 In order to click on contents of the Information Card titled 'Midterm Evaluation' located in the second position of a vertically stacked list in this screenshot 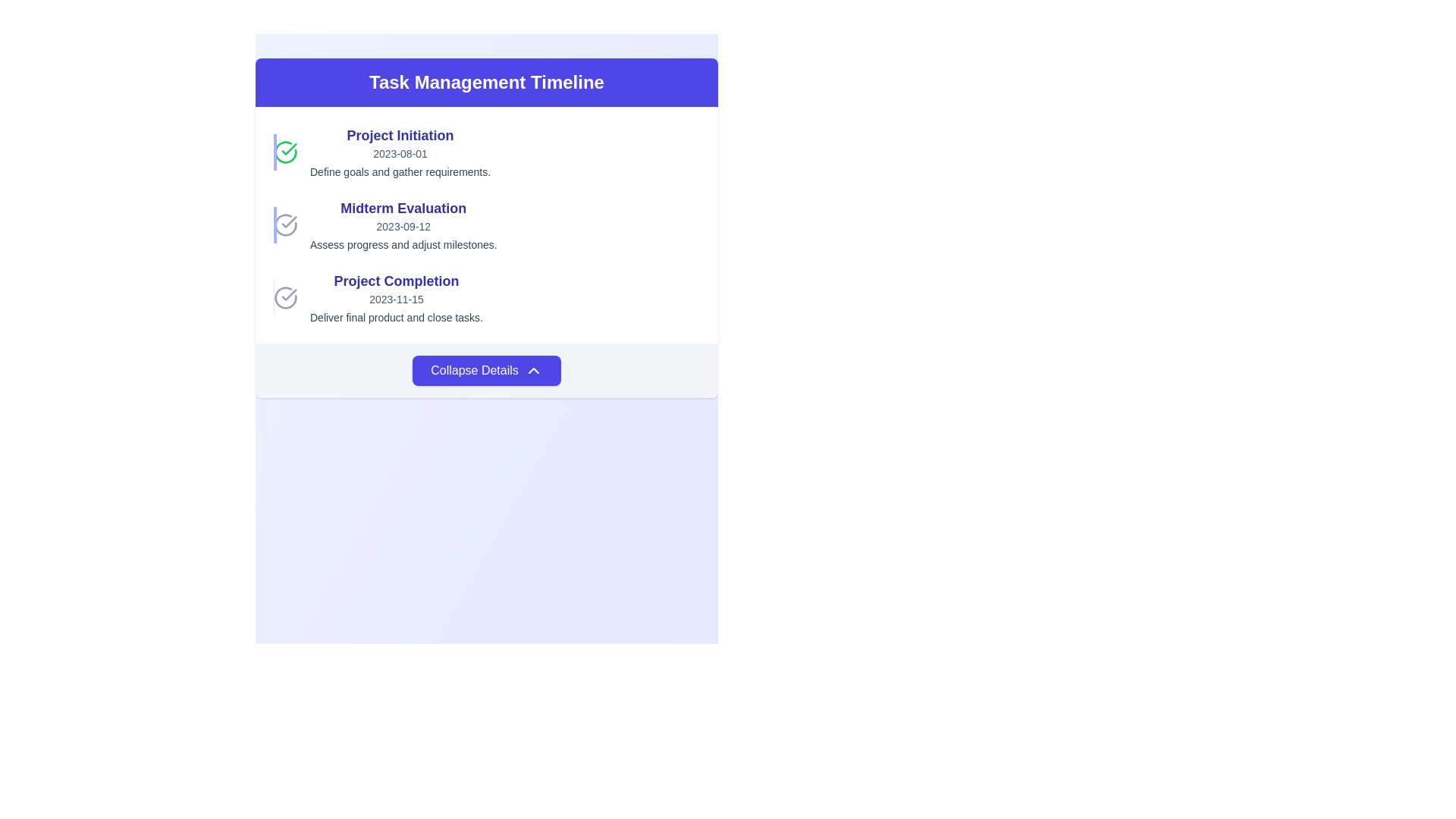, I will do `click(487, 225)`.